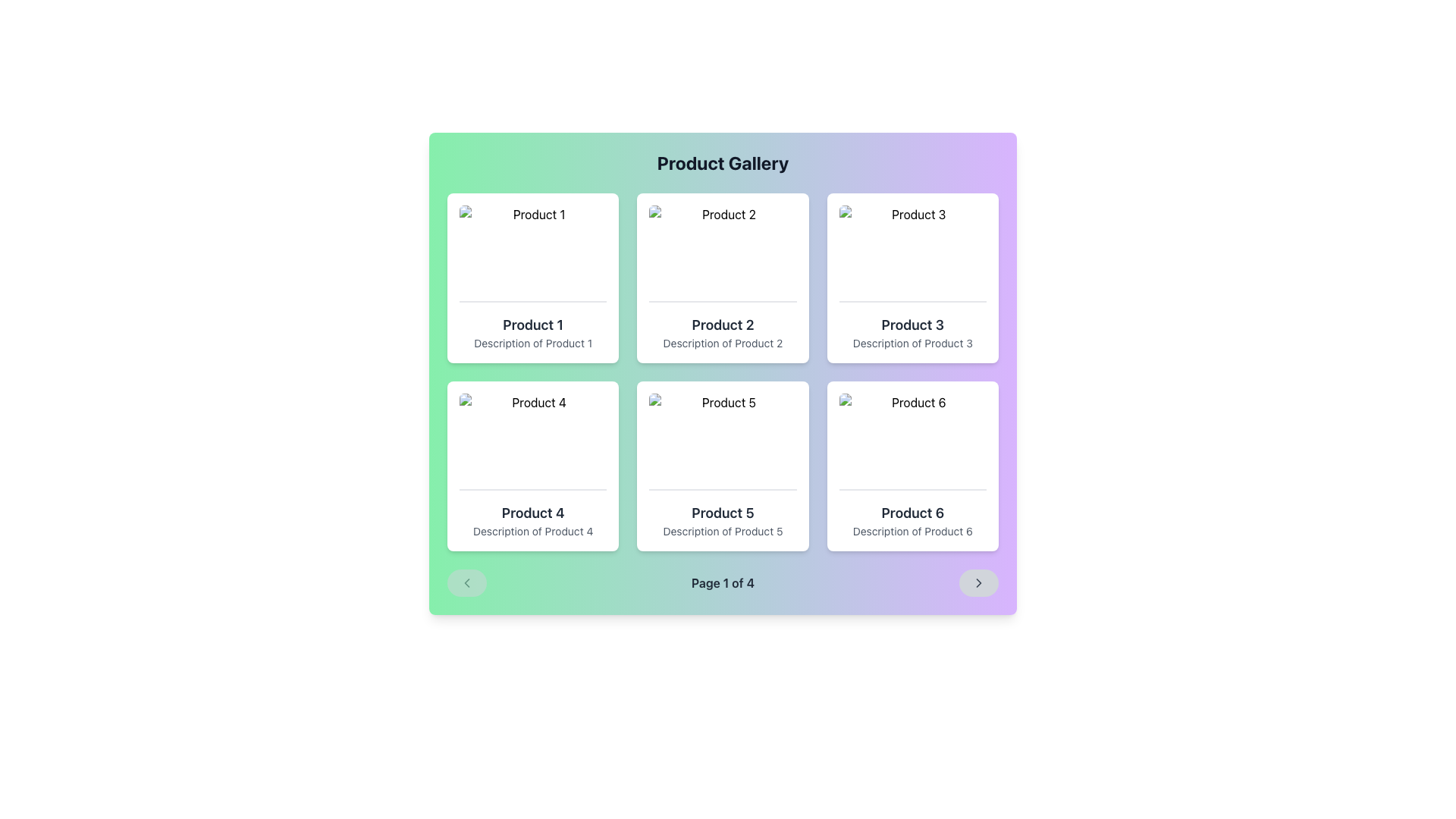  What do you see at coordinates (533, 513) in the screenshot?
I see `the text label that provides the title for 'Product 4', located in the second column and first row of the card grid` at bounding box center [533, 513].